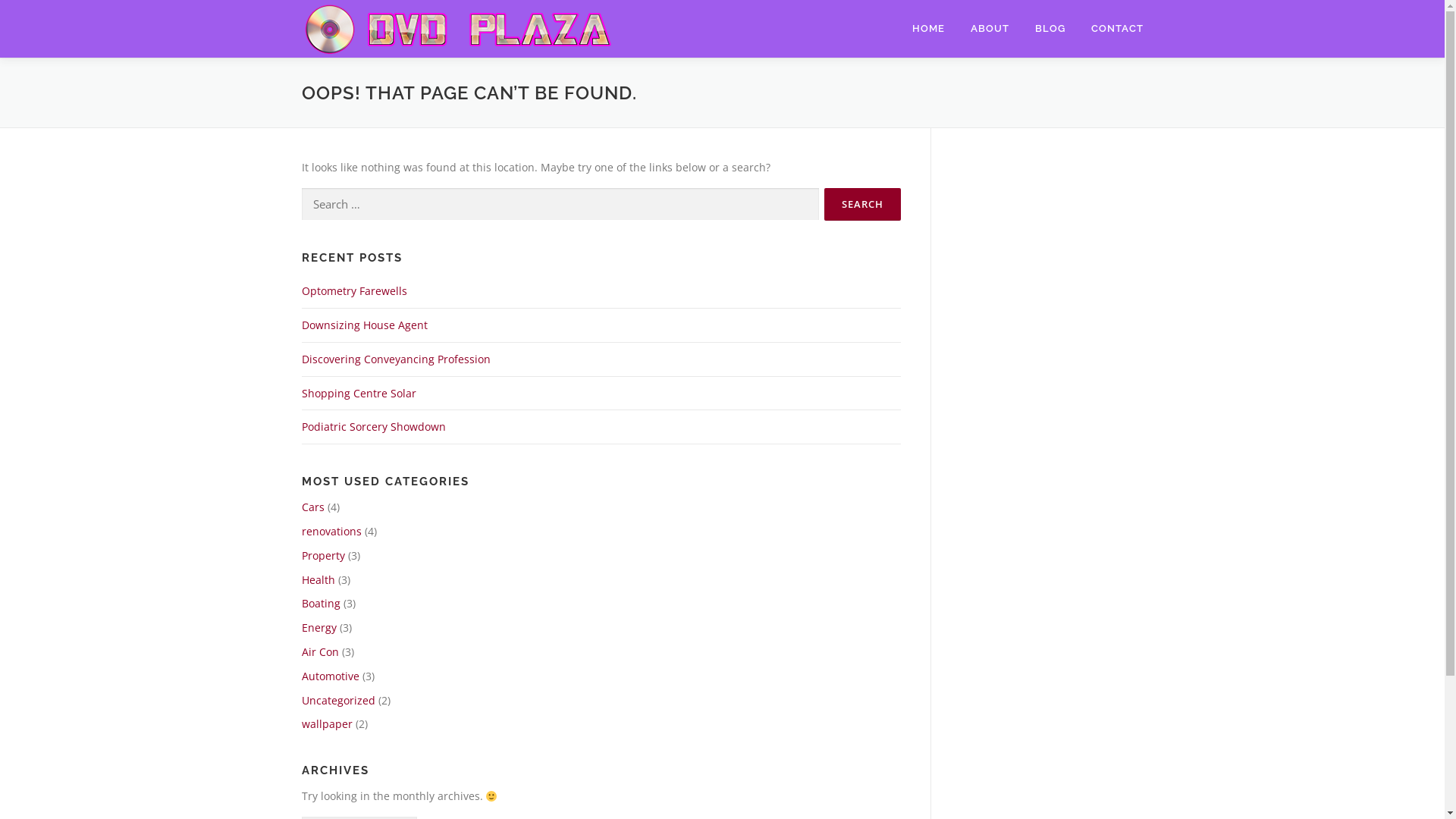 This screenshot has height=819, width=1456. I want to click on 'wallpaper', so click(326, 723).